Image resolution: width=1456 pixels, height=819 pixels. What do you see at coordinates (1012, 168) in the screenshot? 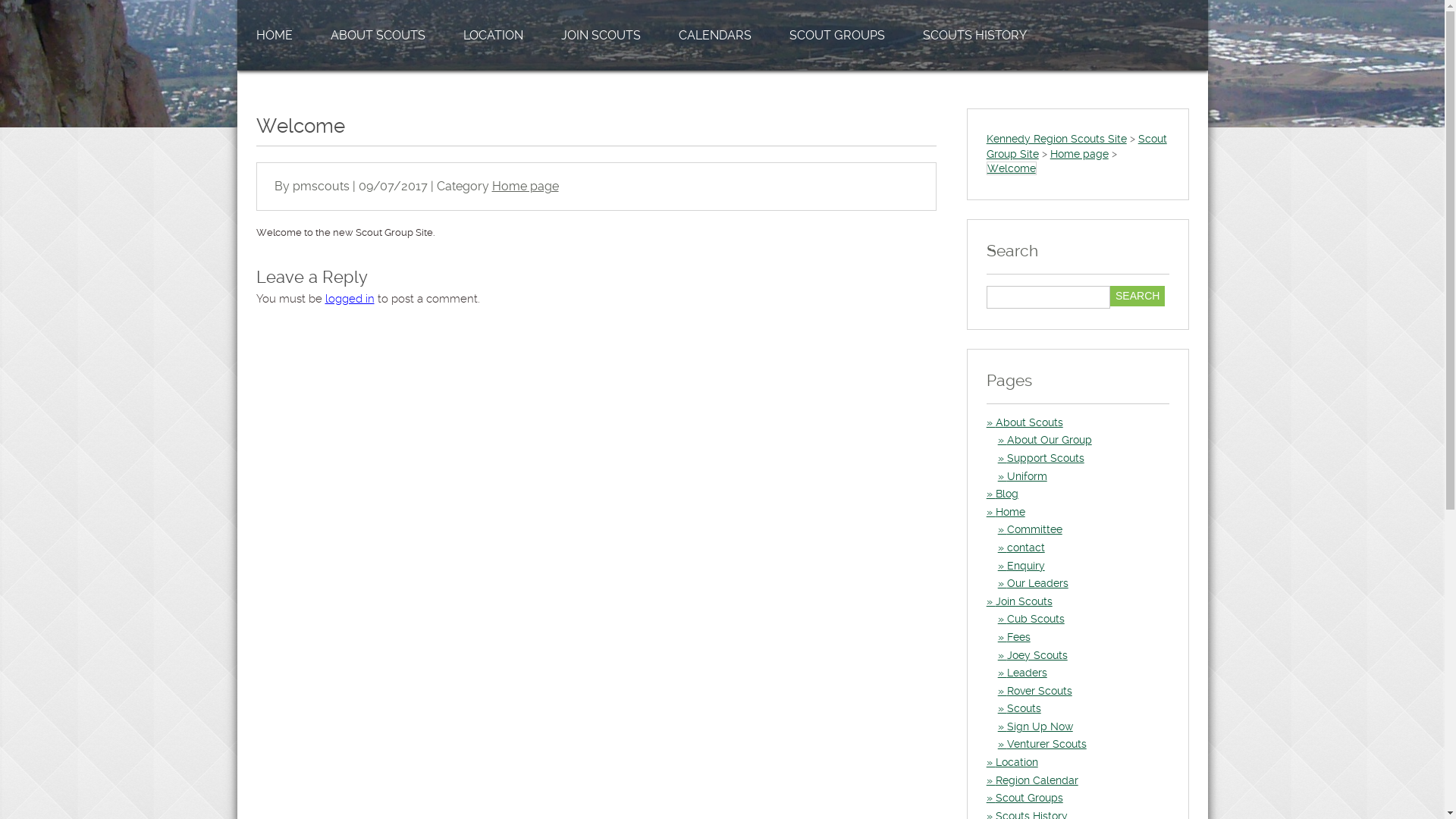
I see `'Welcome'` at bounding box center [1012, 168].